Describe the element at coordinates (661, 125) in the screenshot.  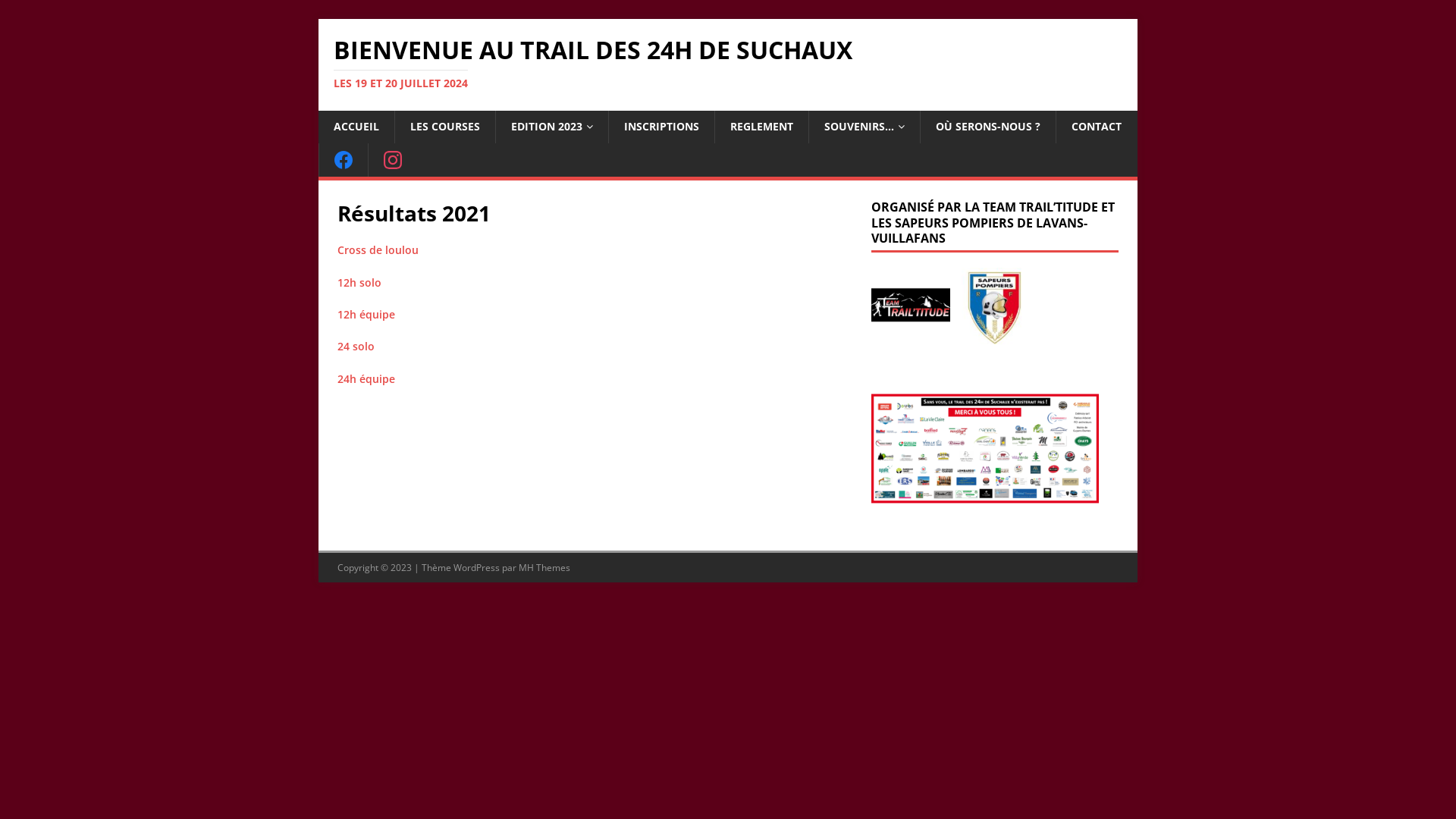
I see `'INSCRIPTIONS'` at that location.